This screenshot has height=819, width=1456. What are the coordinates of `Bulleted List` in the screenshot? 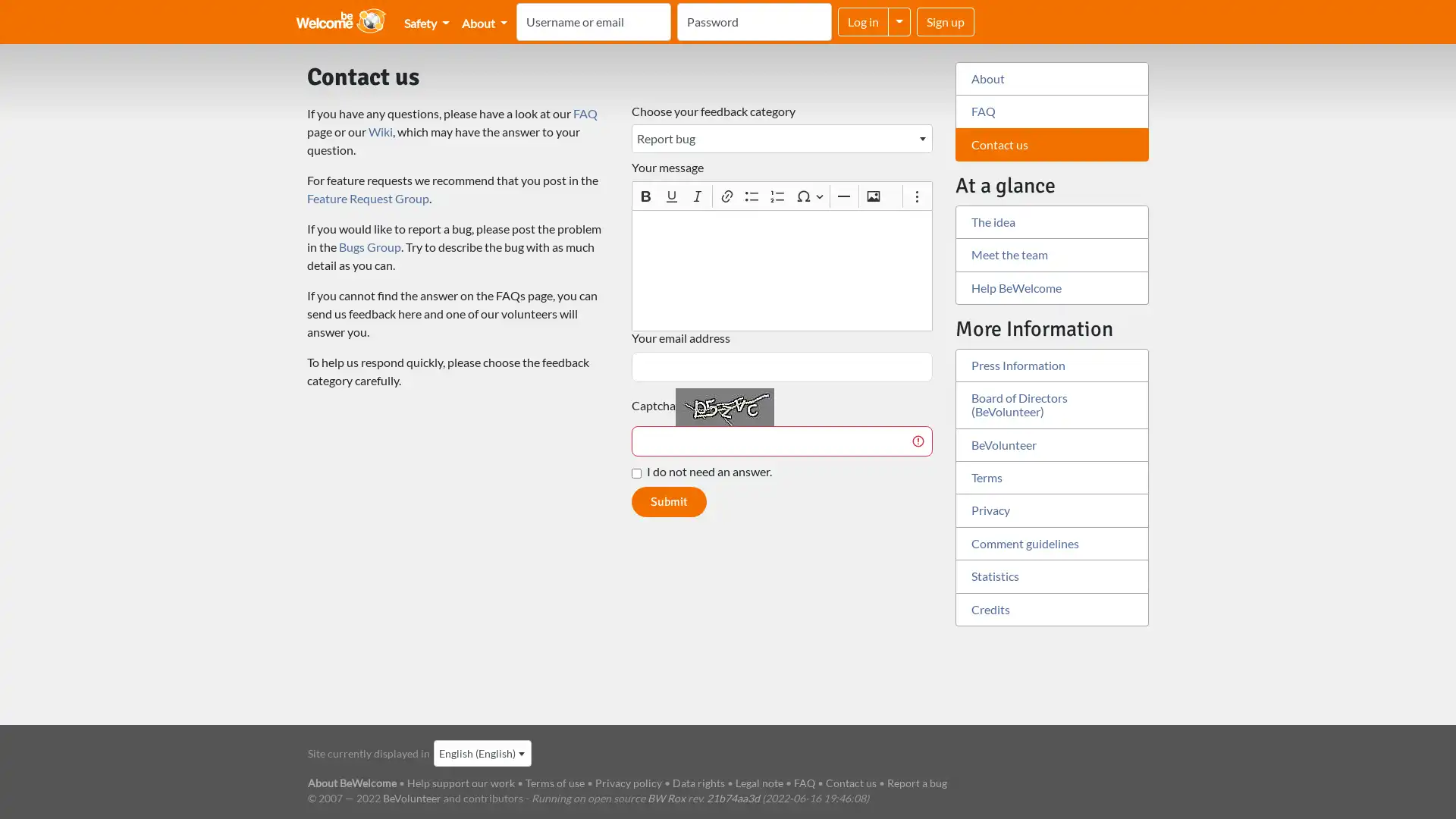 It's located at (752, 195).